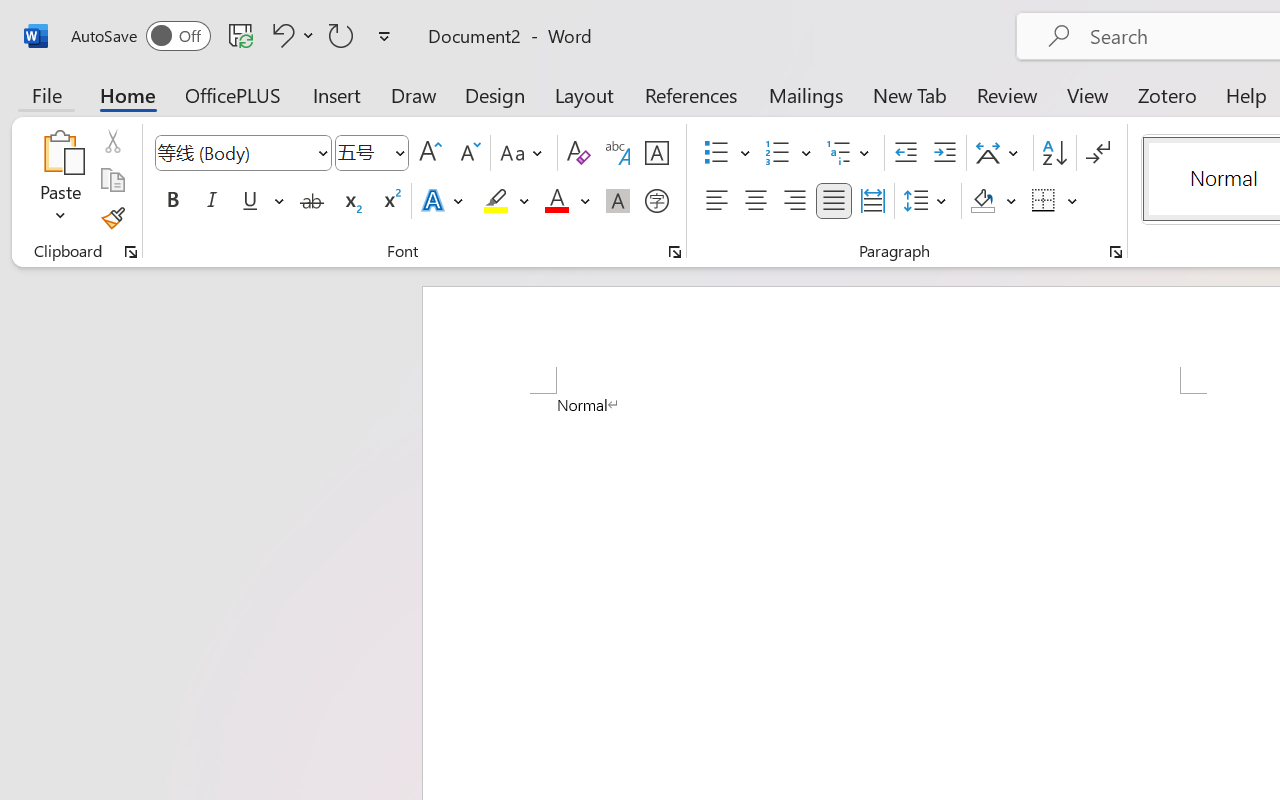 Image resolution: width=1280 pixels, height=800 pixels. Describe the element at coordinates (341, 34) in the screenshot. I see `'Repeat Doc Close'` at that location.